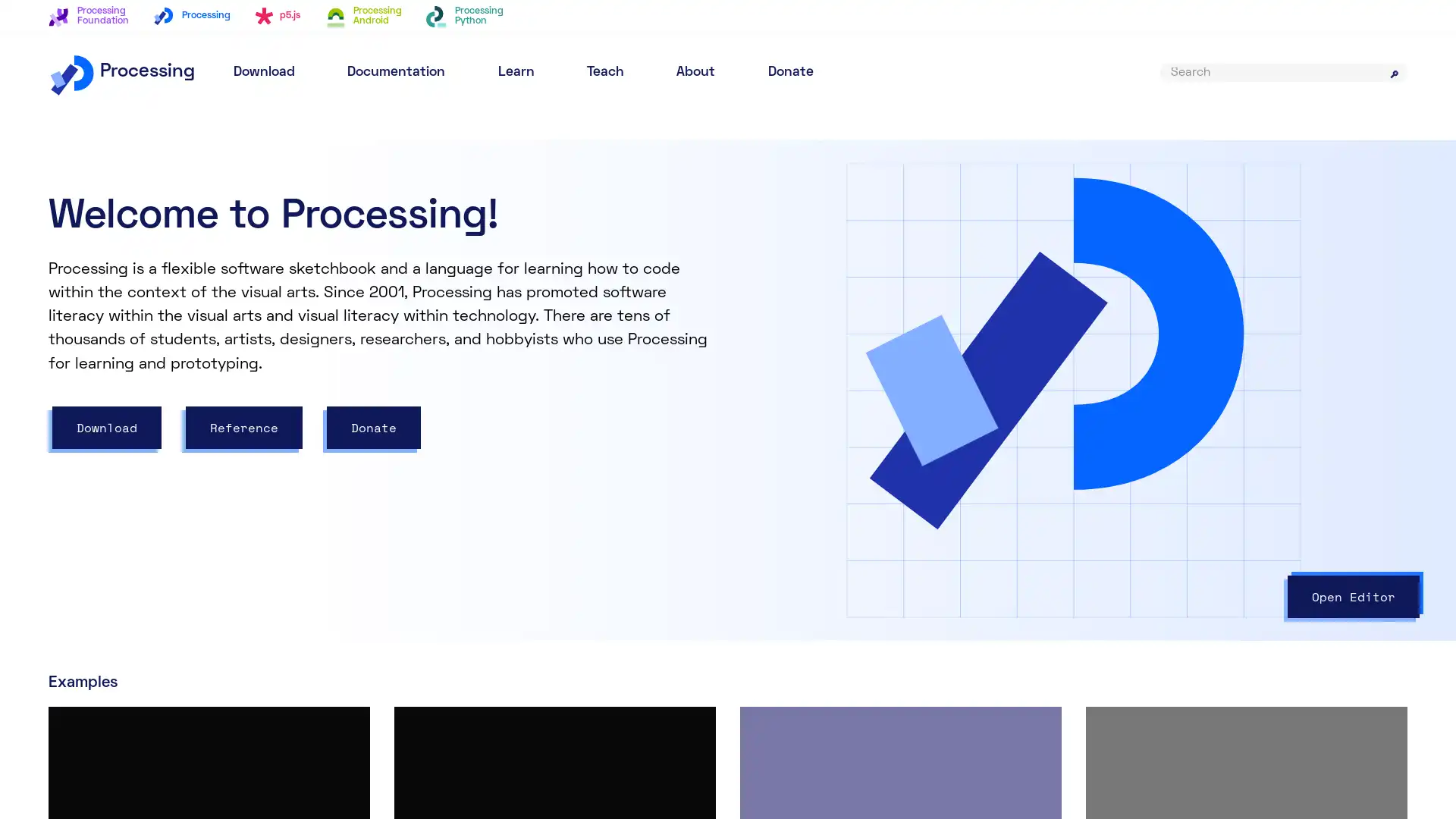 The width and height of the screenshot is (1456, 819). What do you see at coordinates (905, 467) in the screenshot?
I see `change position` at bounding box center [905, 467].